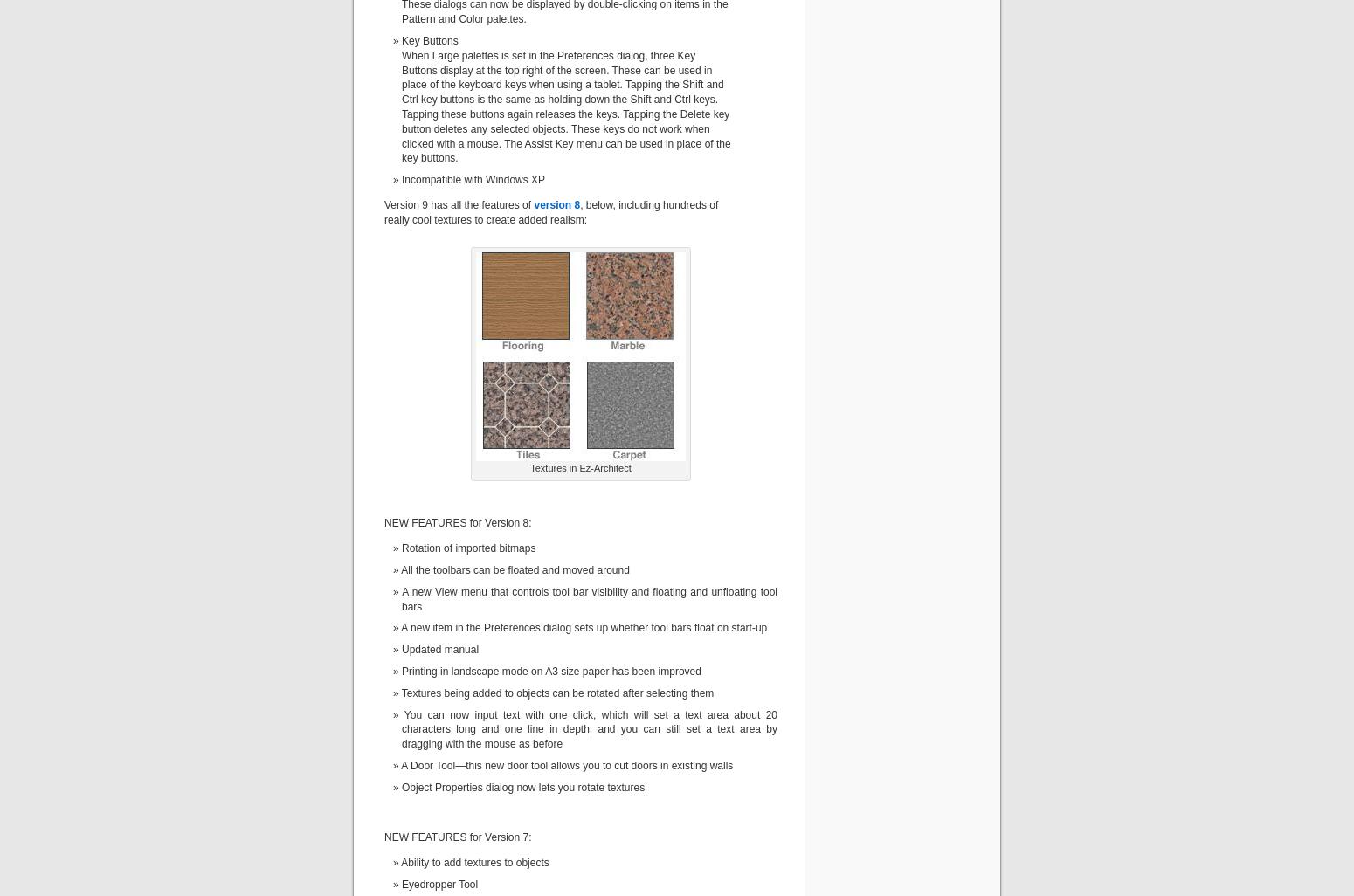  I want to click on 'Key Buttons', so click(402, 40).